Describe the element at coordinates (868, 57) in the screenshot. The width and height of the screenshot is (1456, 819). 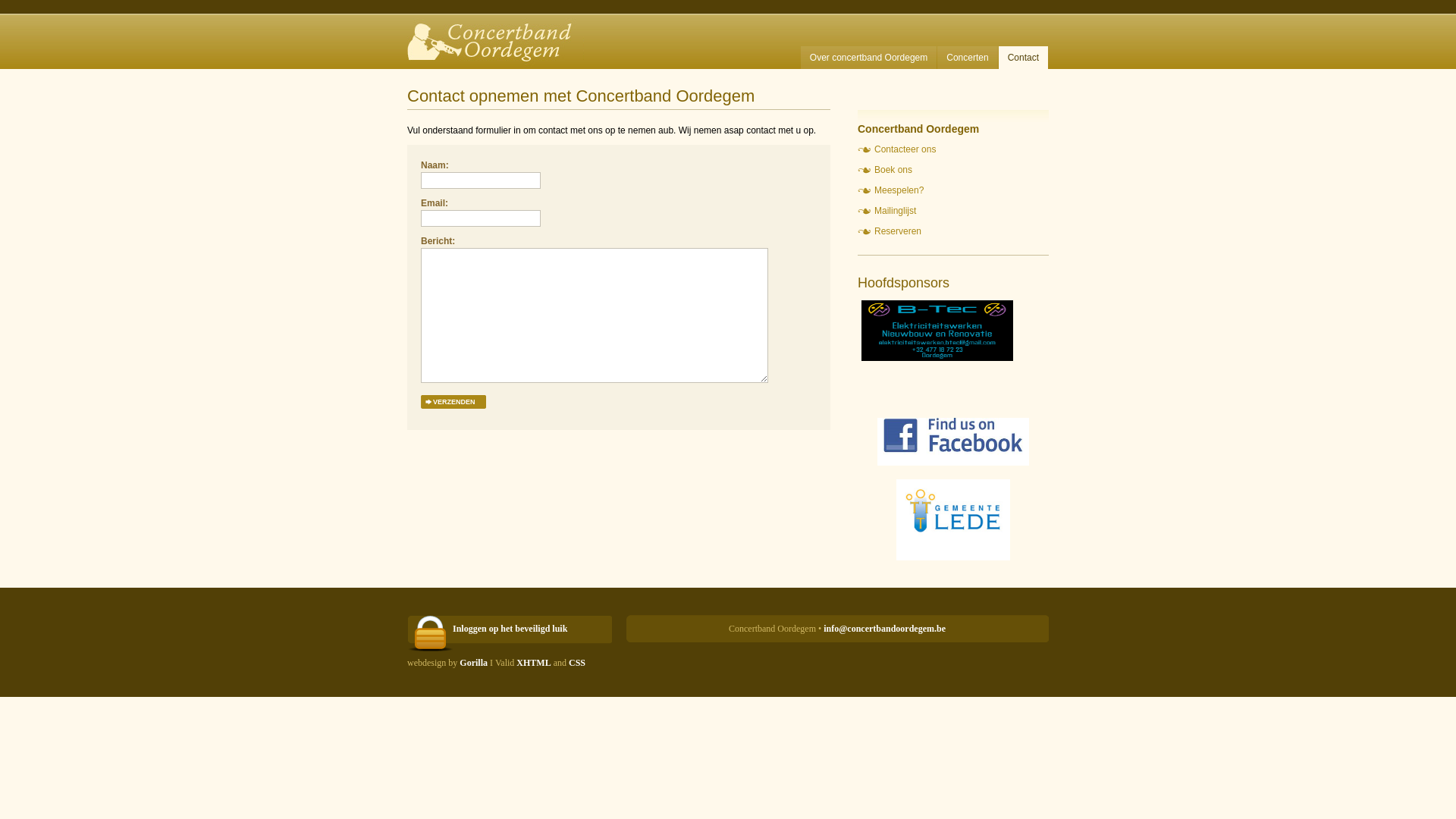
I see `'Over concertband Oordegem'` at that location.